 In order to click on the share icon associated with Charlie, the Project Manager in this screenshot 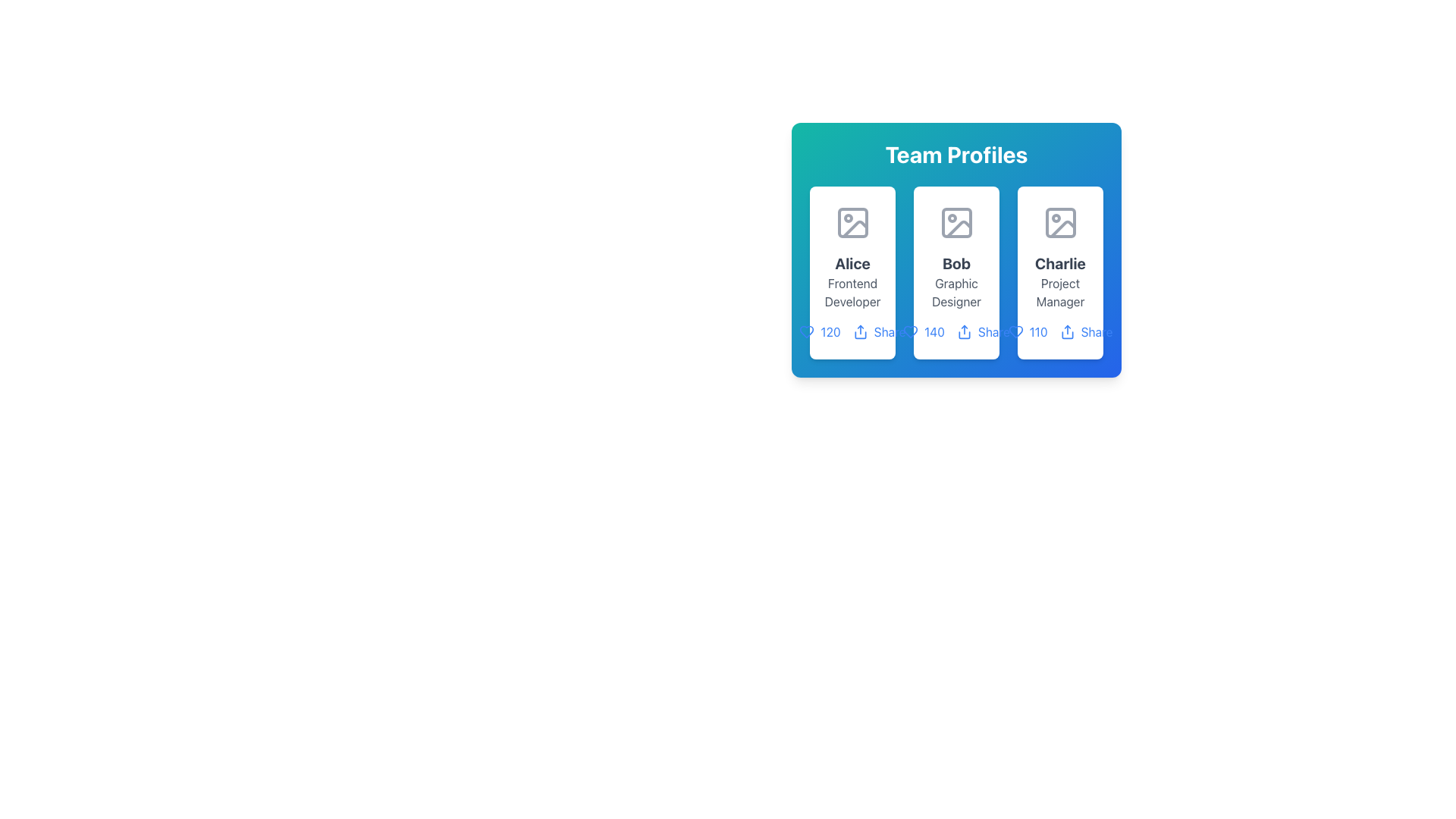, I will do `click(1066, 331)`.